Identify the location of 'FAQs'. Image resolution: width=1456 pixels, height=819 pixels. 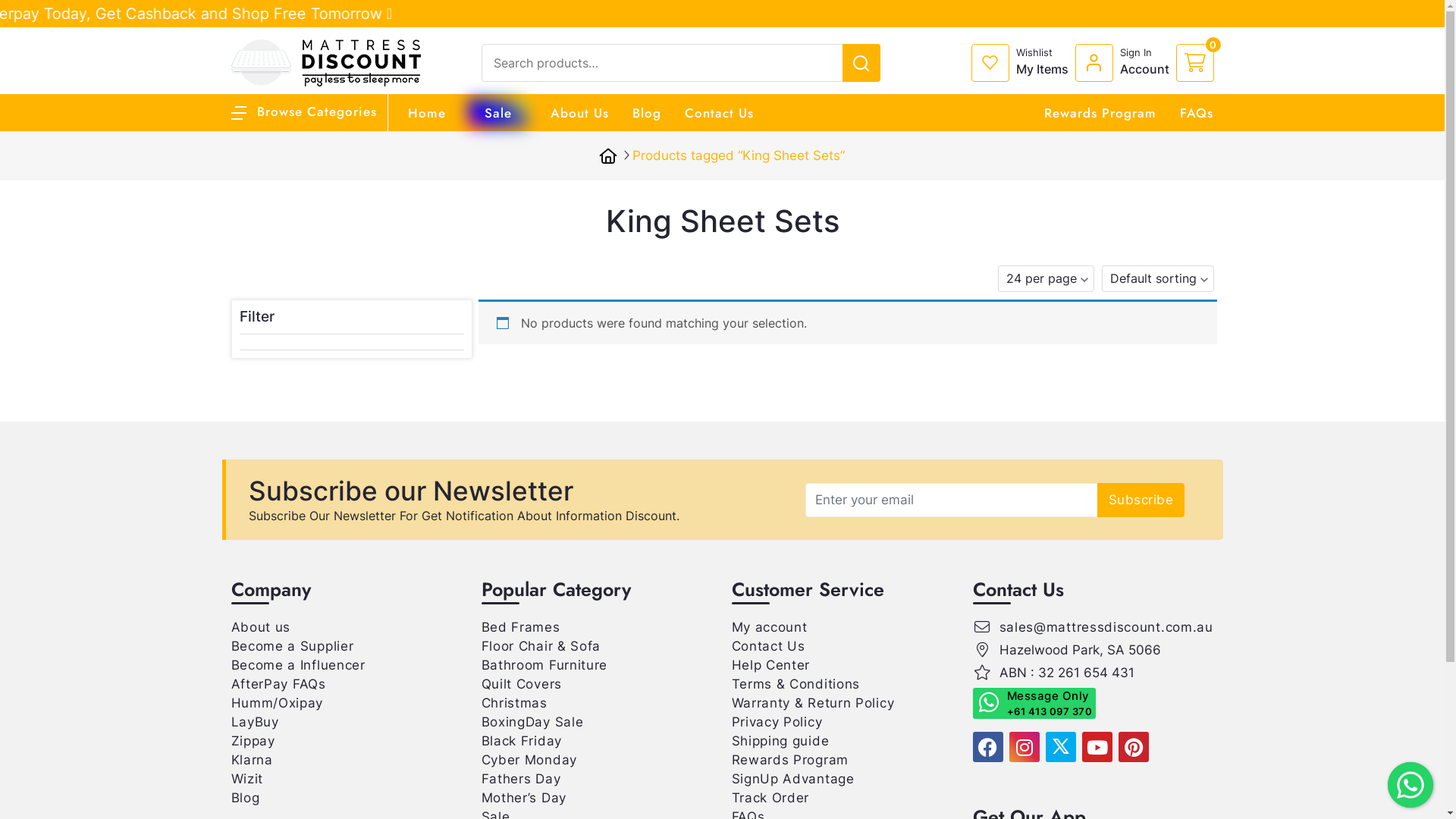
(1196, 112).